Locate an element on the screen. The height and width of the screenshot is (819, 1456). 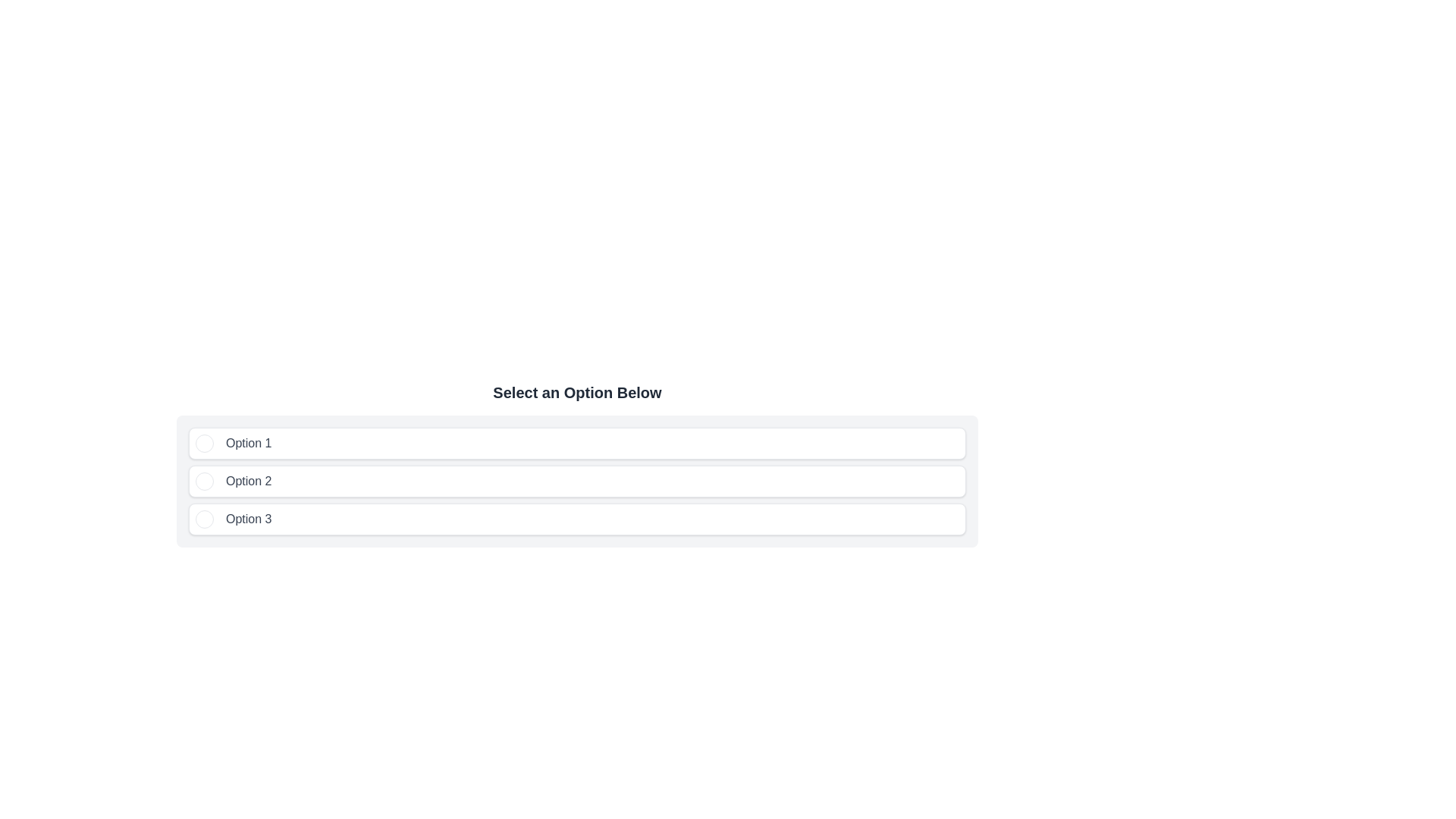
the text label 'Option 2' is located at coordinates (249, 482).